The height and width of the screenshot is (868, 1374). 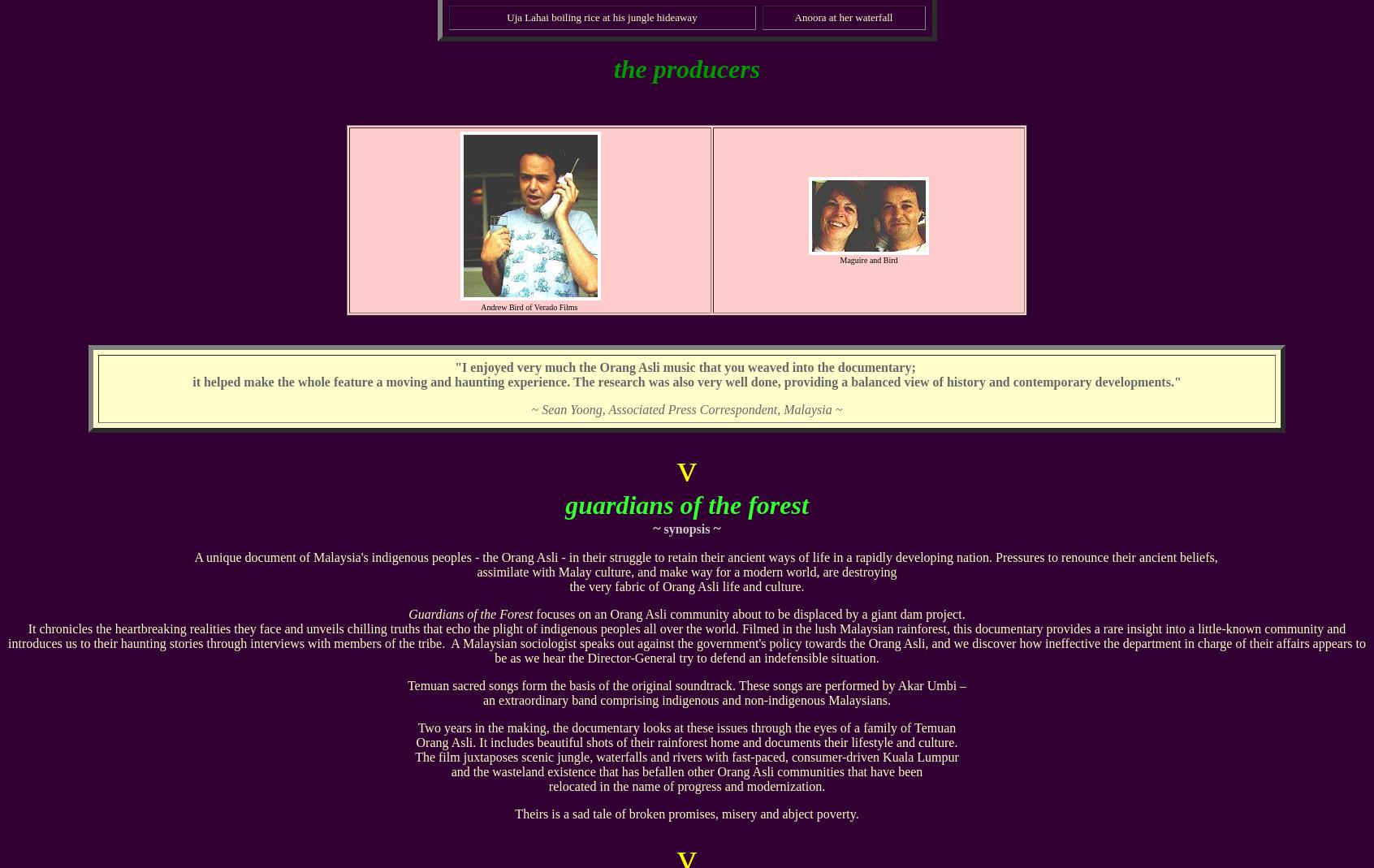 I want to click on 'v', so click(x=687, y=468).